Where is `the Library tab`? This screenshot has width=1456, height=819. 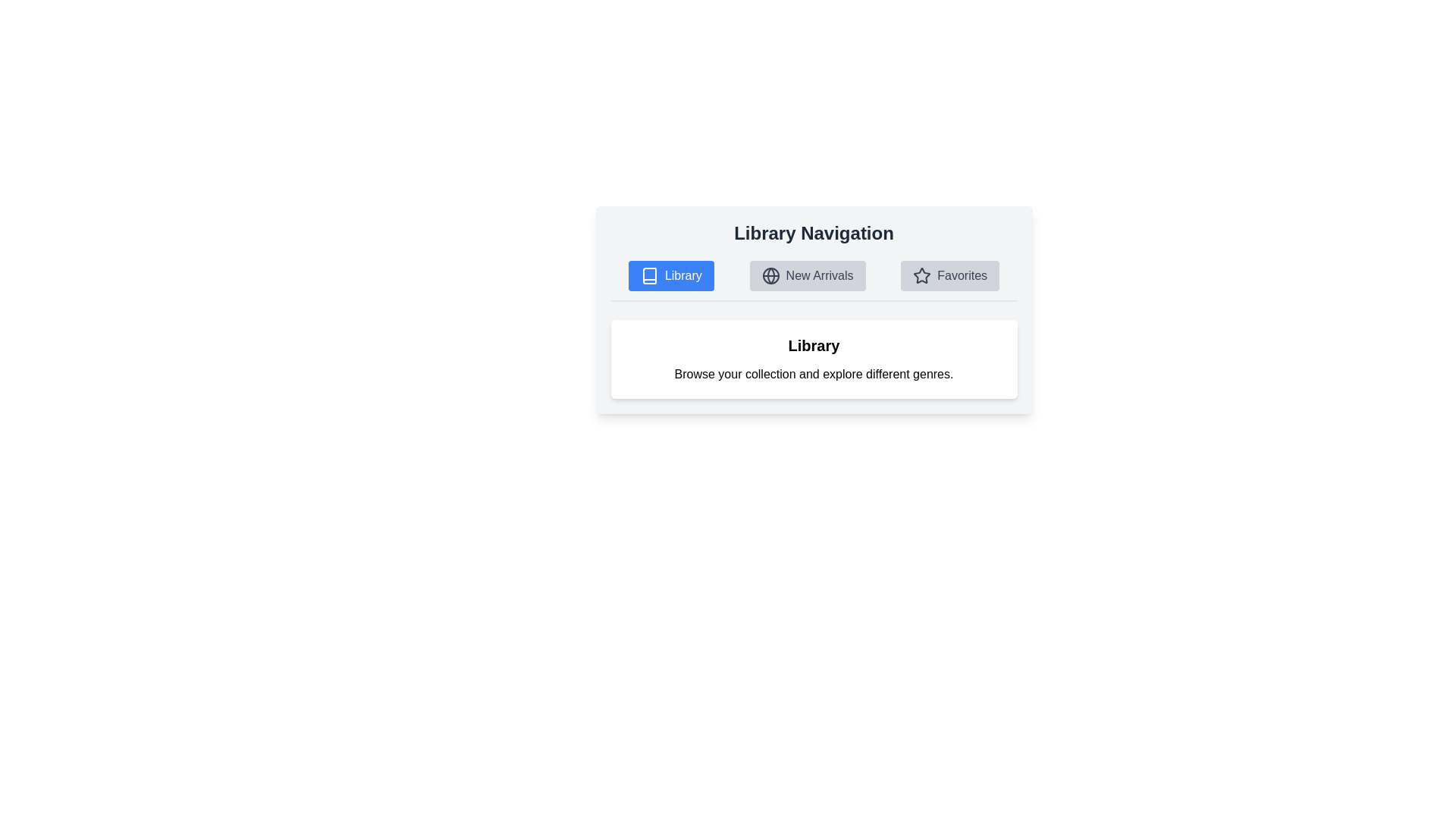
the Library tab is located at coordinates (670, 275).